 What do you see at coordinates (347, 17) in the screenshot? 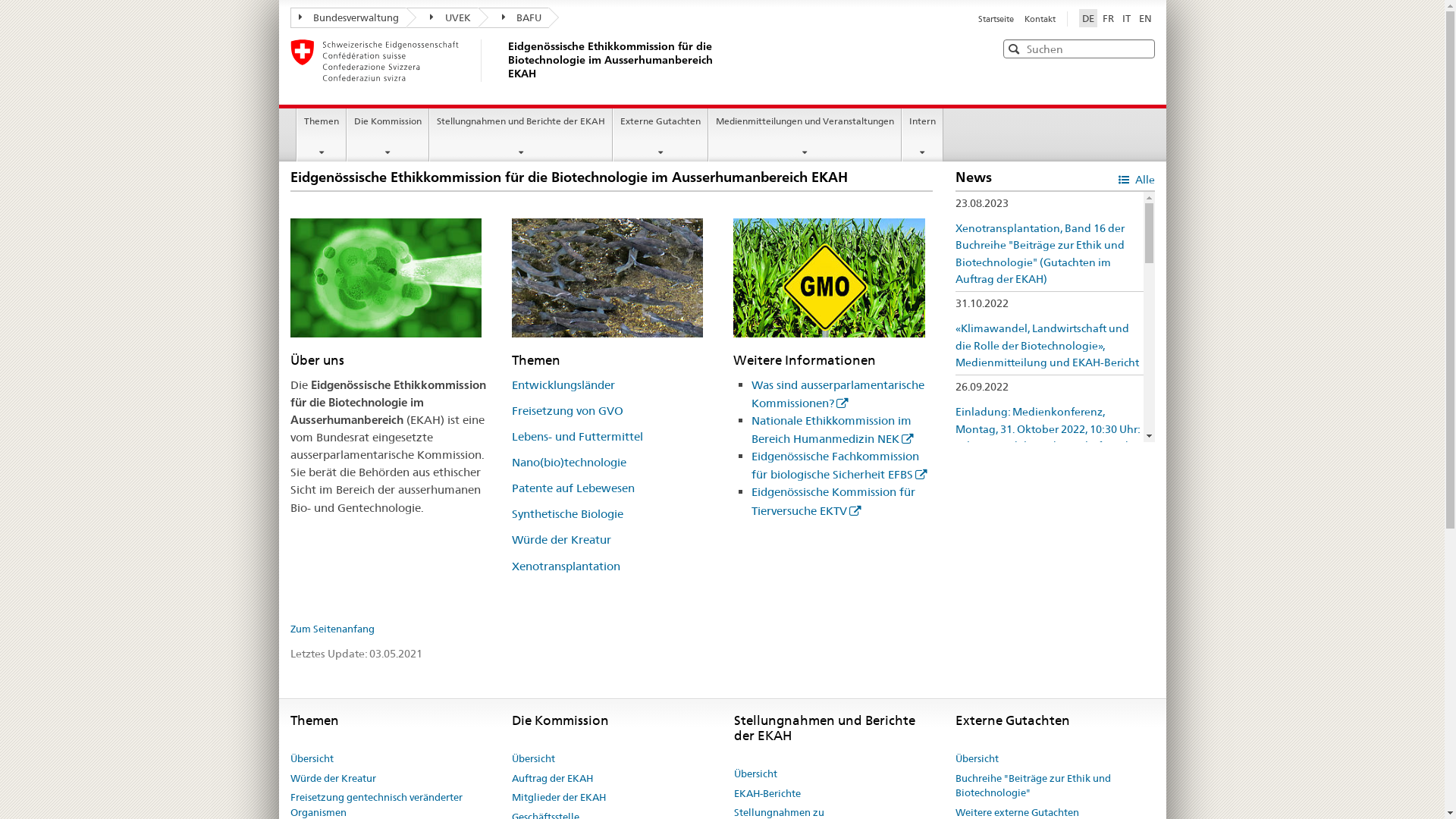
I see `'Bundesverwaltung'` at bounding box center [347, 17].